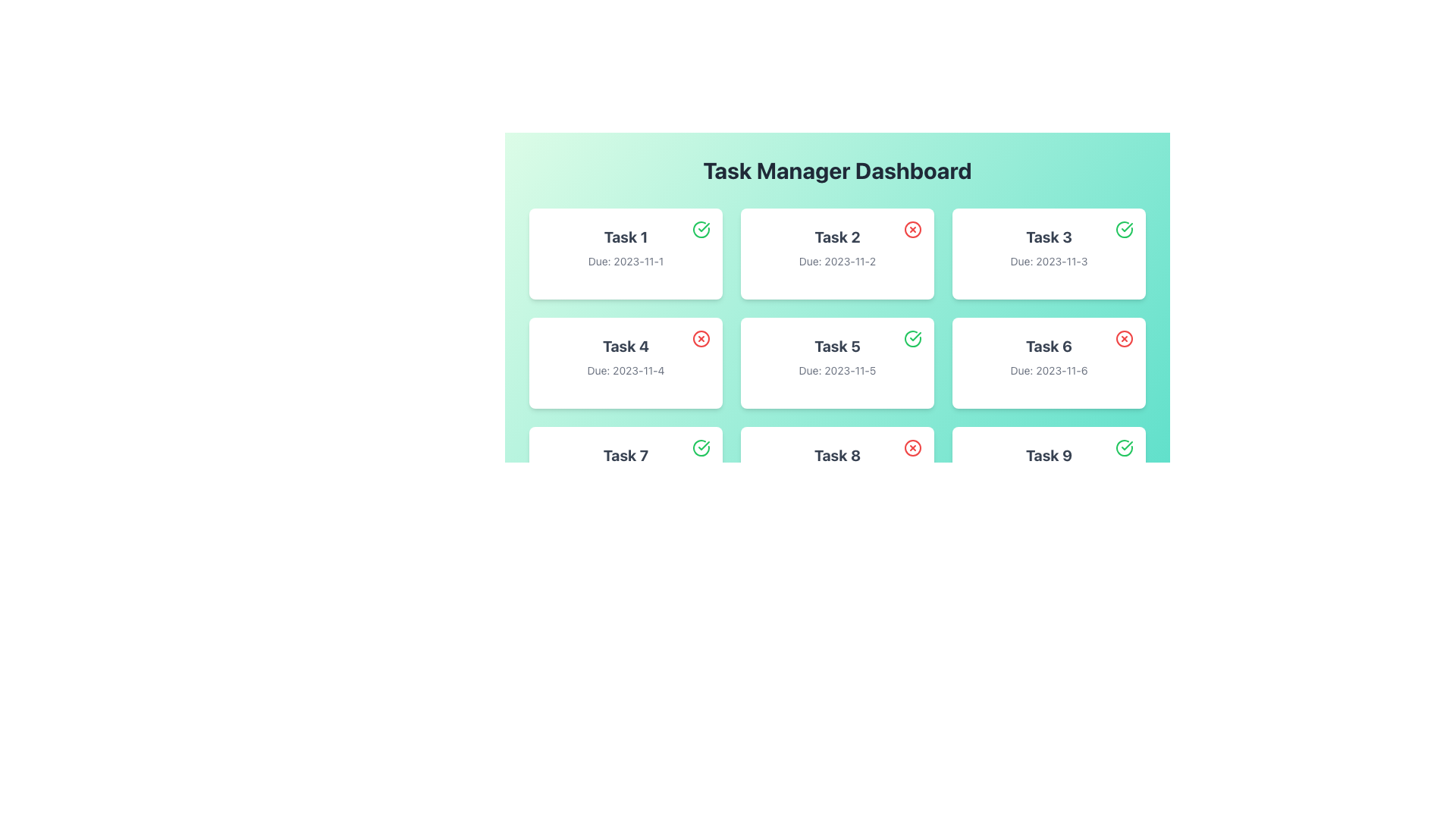 The width and height of the screenshot is (1456, 819). What do you see at coordinates (626, 346) in the screenshot?
I see `the text display element that shows 'Task 4' in bold and large dark gray font, located above the due date section within a white card` at bounding box center [626, 346].